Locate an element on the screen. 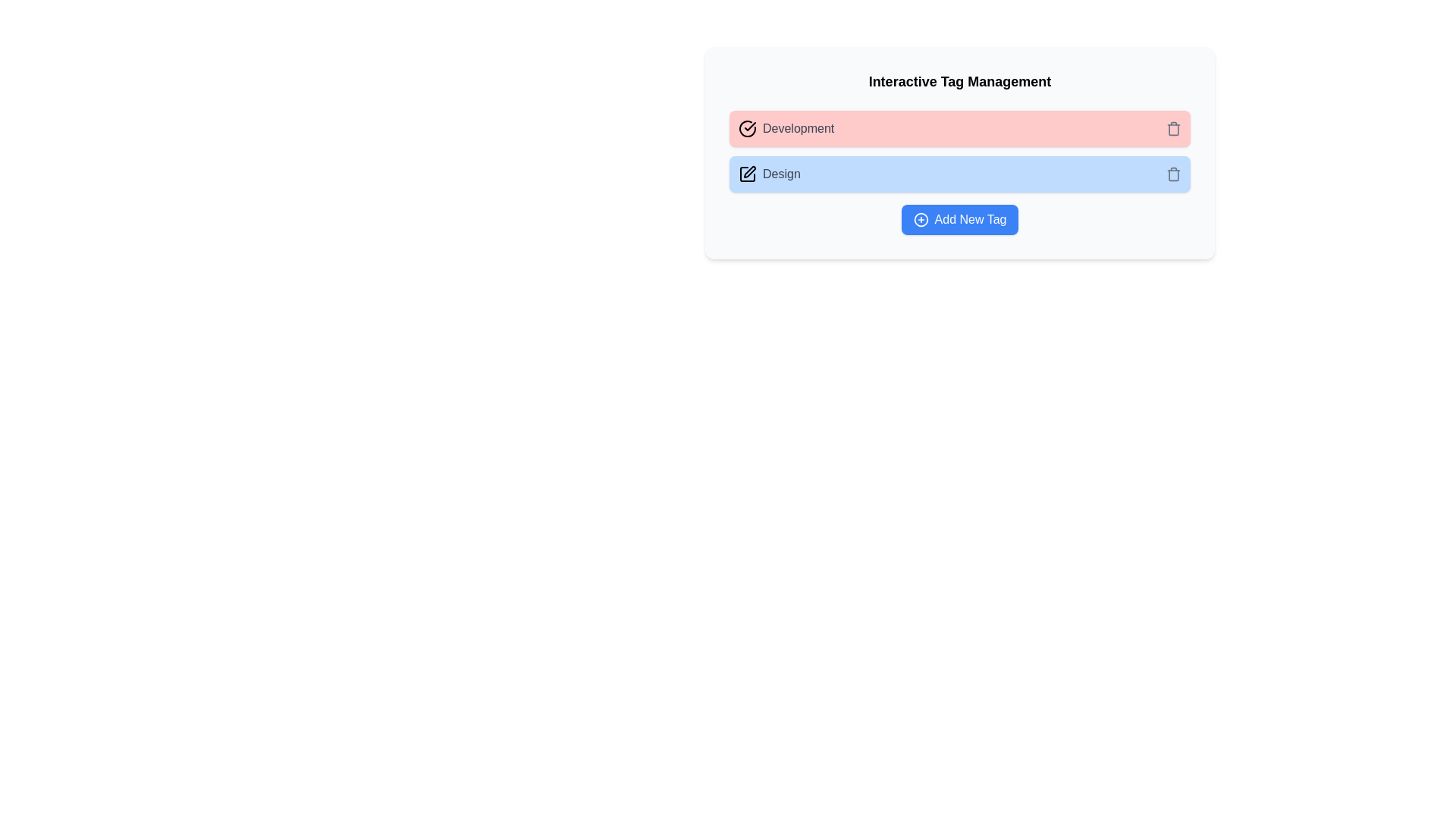  the 'Development' text label, which is the first tag in the 'Interactive Tag Management' group is located at coordinates (798, 127).